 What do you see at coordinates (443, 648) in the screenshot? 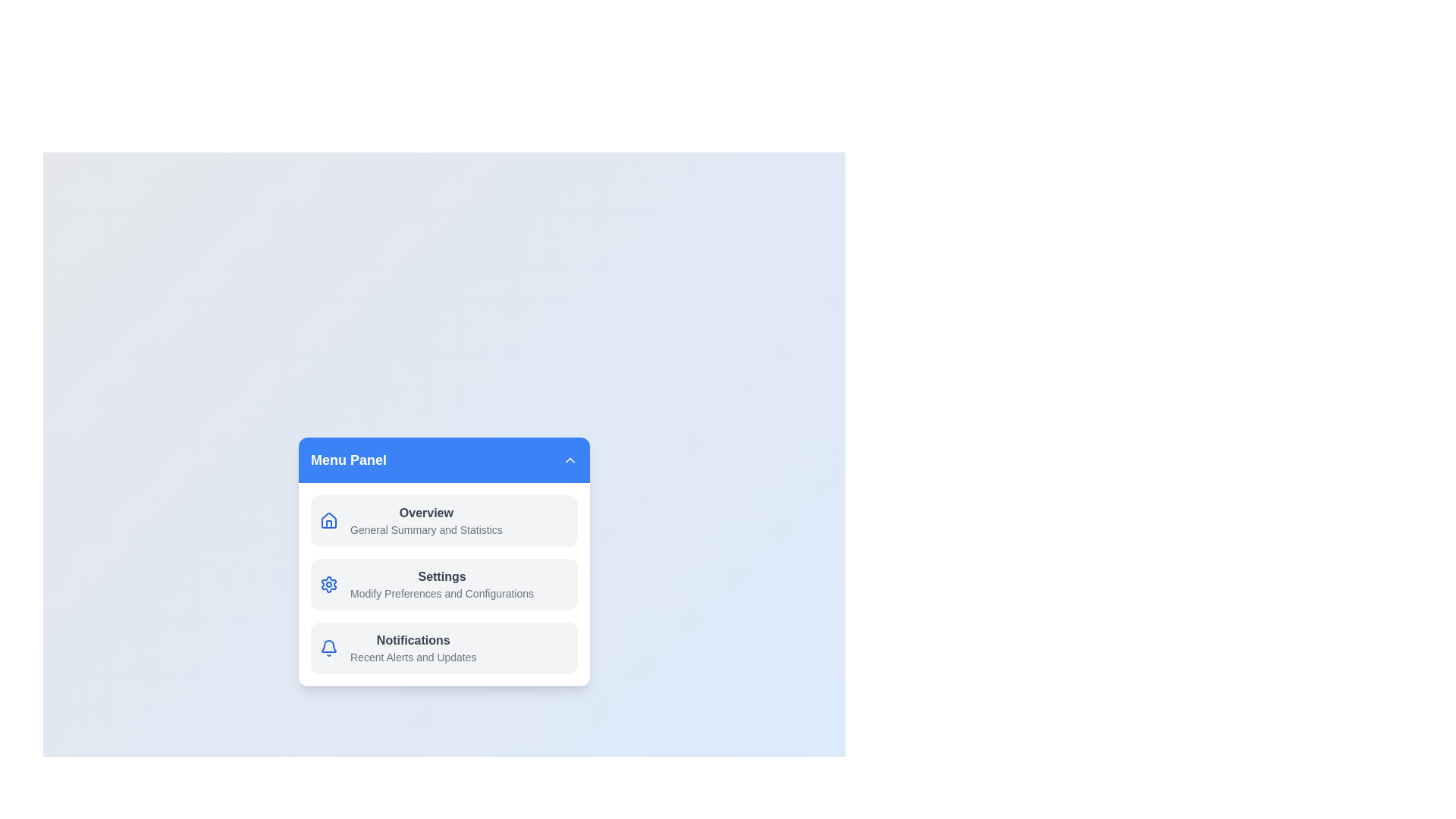
I see `the menu item labeled Notifications to view its hover effect` at bounding box center [443, 648].